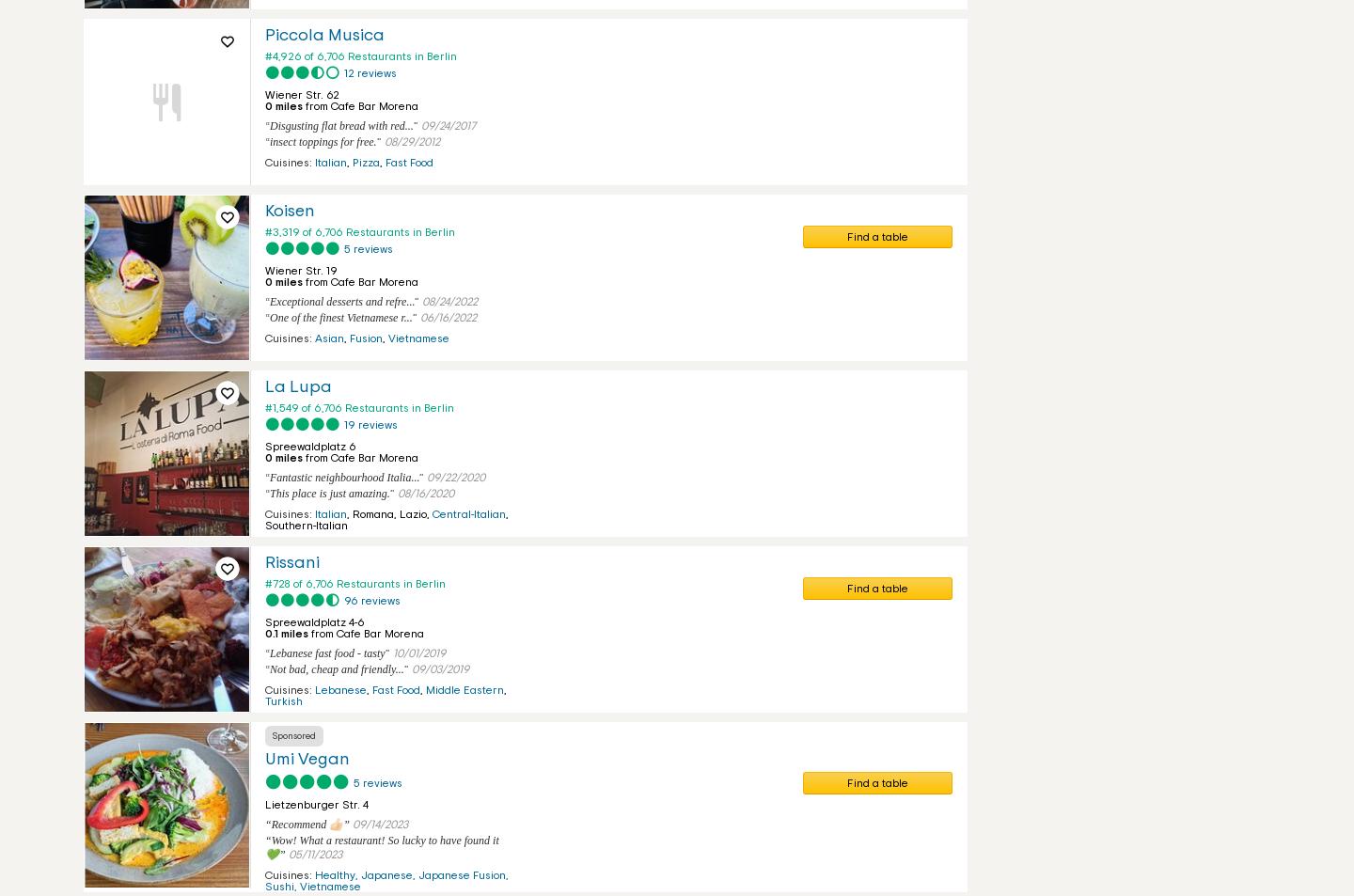 The image size is (1354, 896). What do you see at coordinates (335, 874) in the screenshot?
I see `'Healthy'` at bounding box center [335, 874].